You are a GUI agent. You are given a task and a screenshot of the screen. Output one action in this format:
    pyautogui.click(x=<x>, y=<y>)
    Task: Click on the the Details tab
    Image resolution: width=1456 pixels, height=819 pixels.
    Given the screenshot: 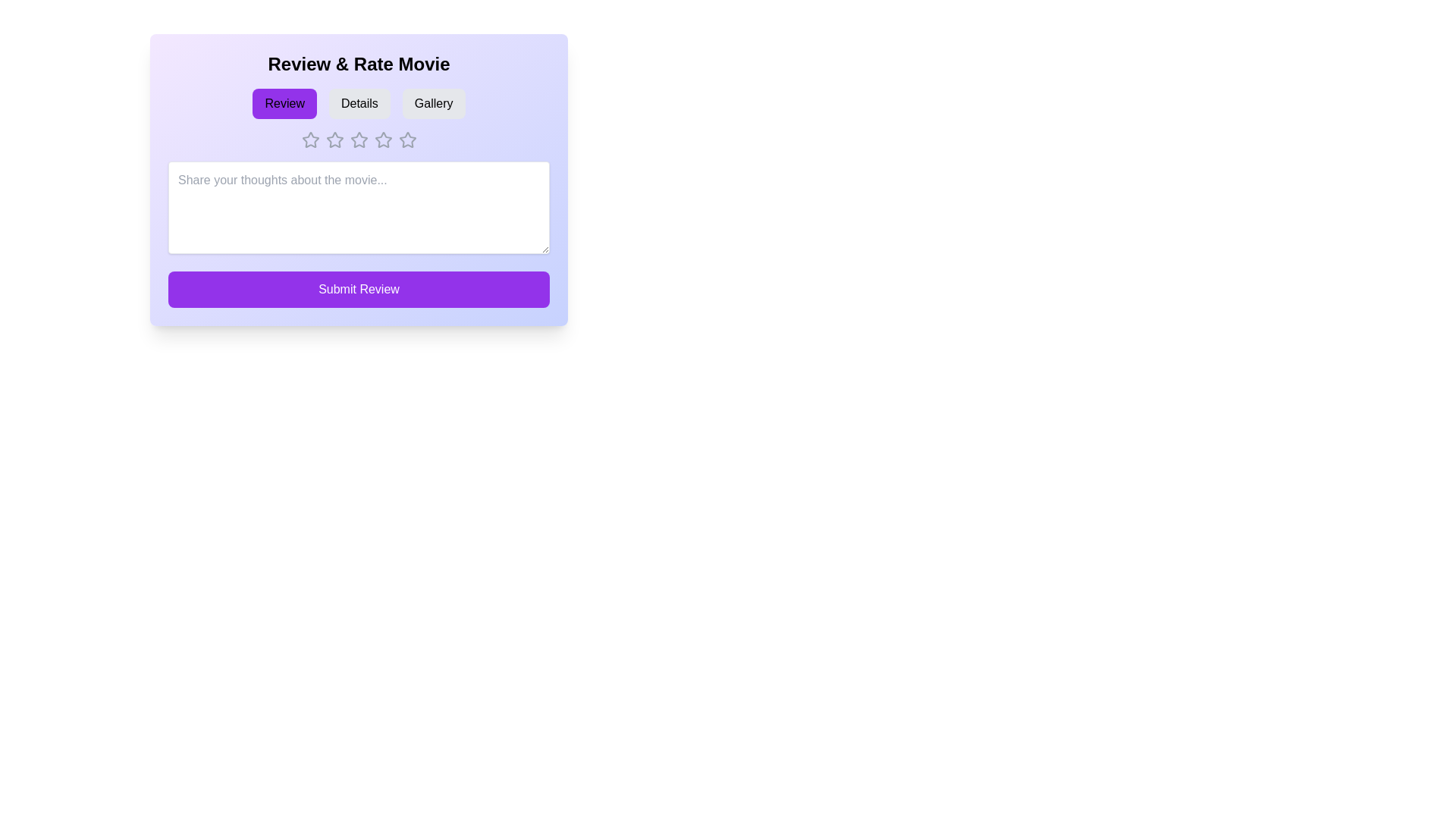 What is the action you would take?
    pyautogui.click(x=359, y=103)
    